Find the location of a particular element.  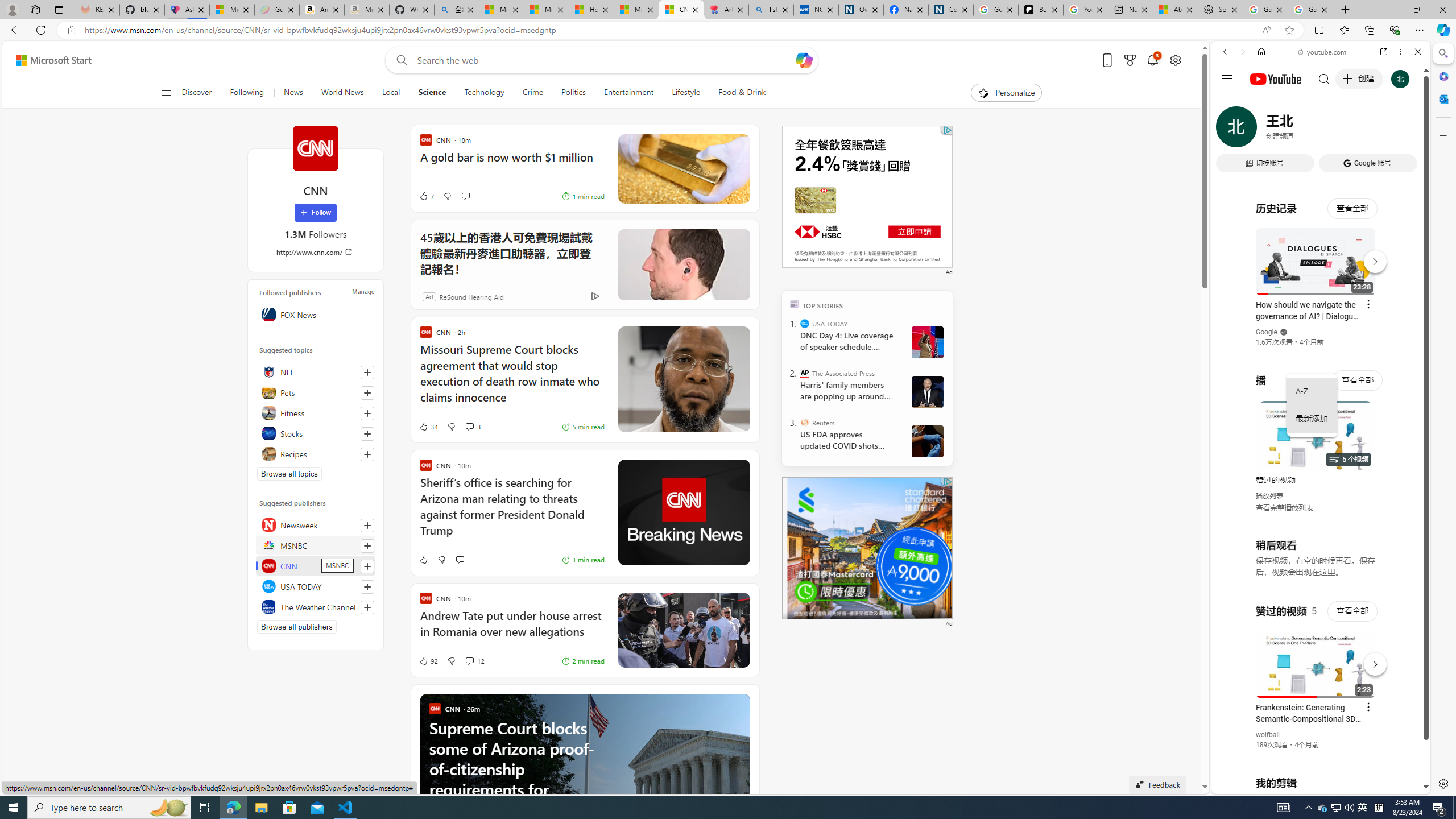

'Newsweek' is located at coordinates (315, 524).